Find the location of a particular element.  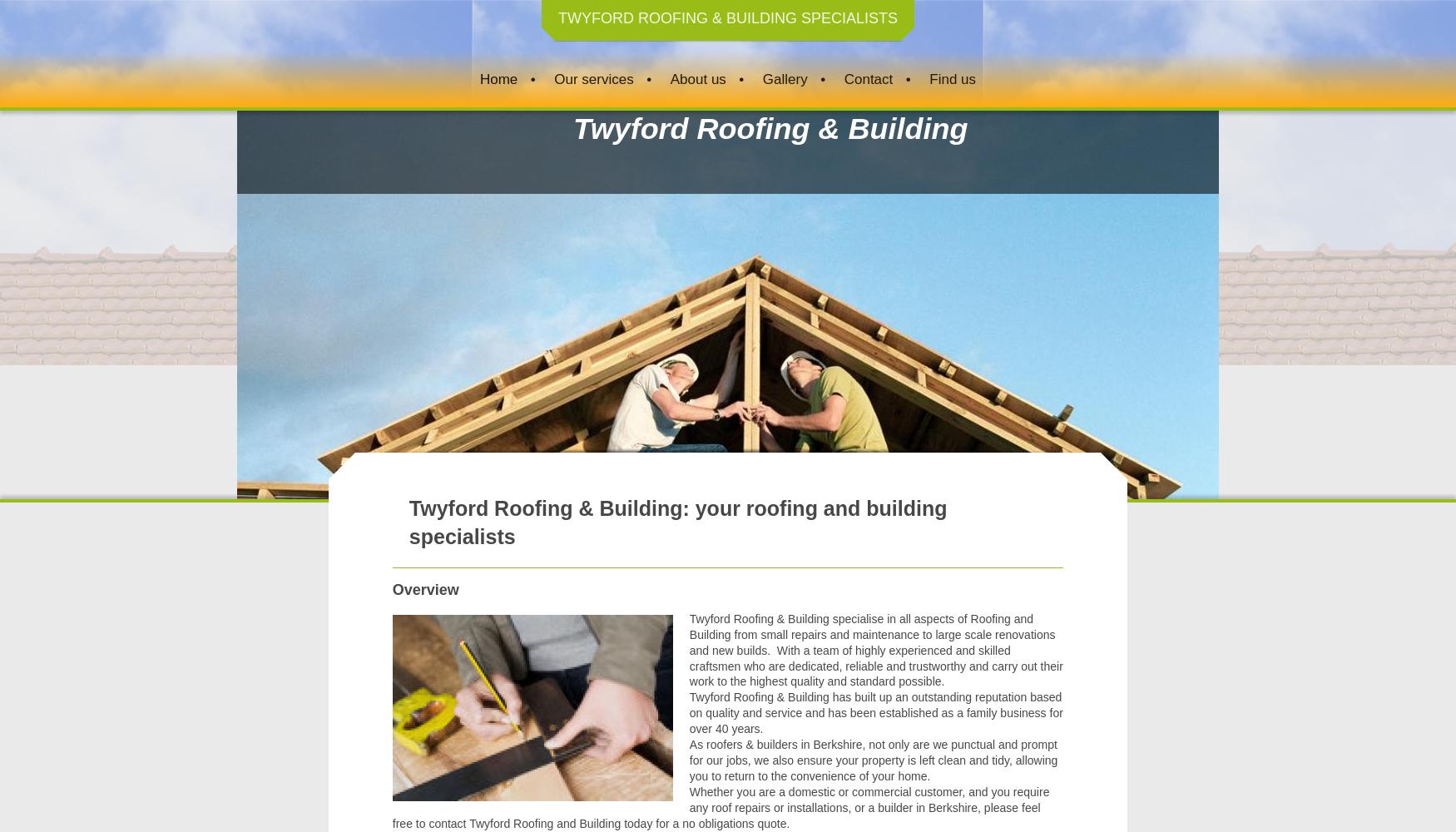

'Home' is located at coordinates (498, 77).